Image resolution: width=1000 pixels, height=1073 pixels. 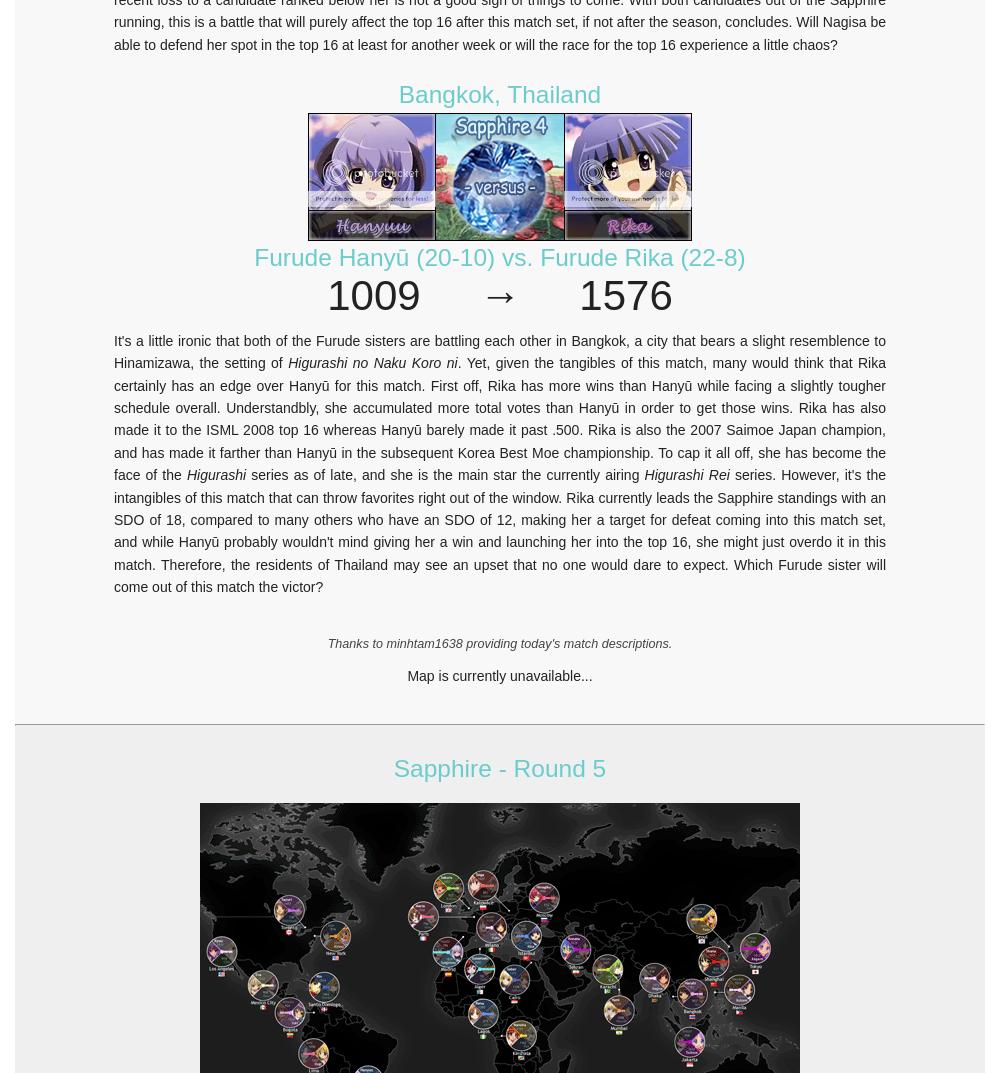 What do you see at coordinates (215, 475) in the screenshot?
I see `'Higurashi'` at bounding box center [215, 475].